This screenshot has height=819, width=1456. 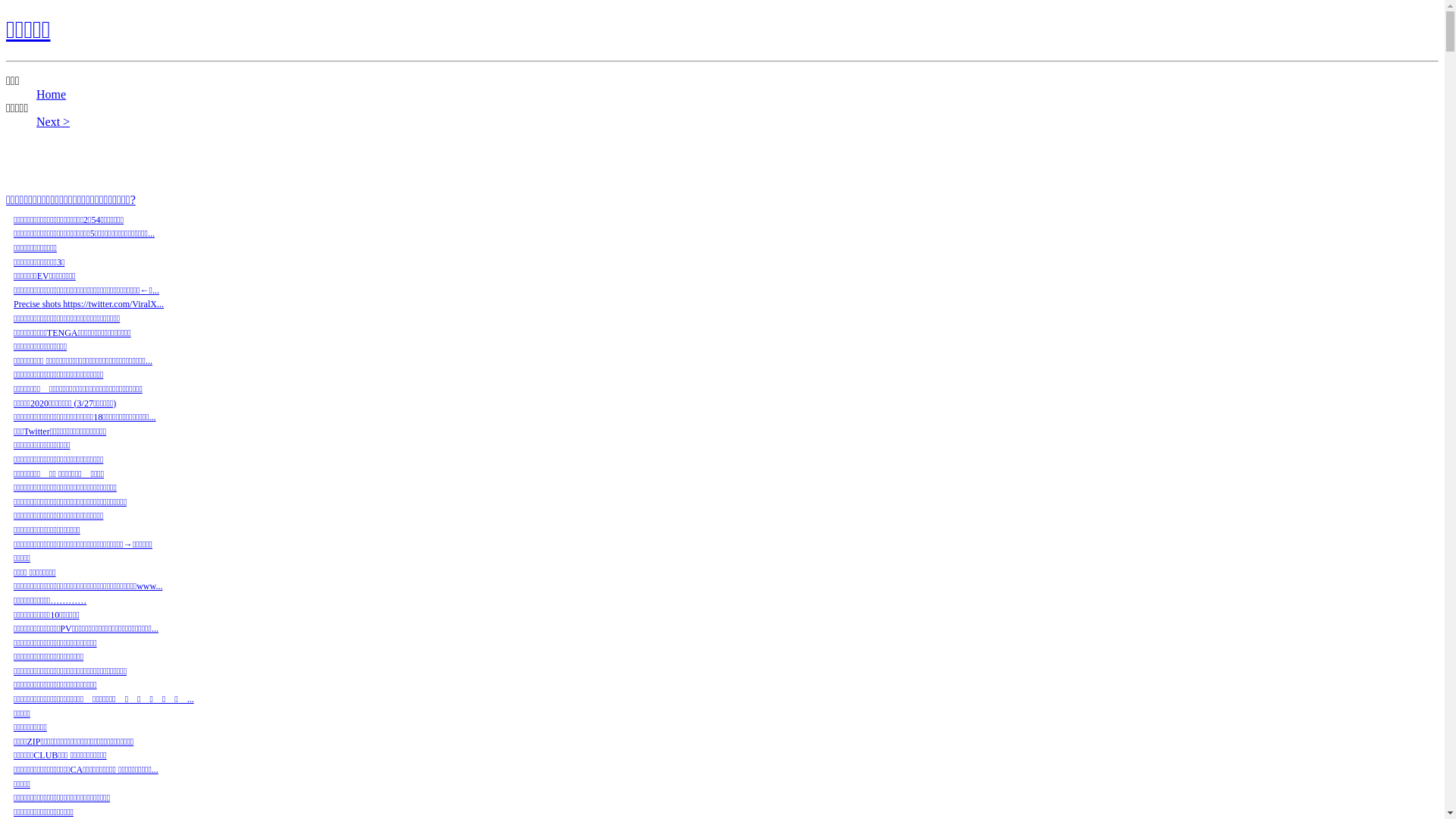 What do you see at coordinates (51, 94) in the screenshot?
I see `'Home'` at bounding box center [51, 94].